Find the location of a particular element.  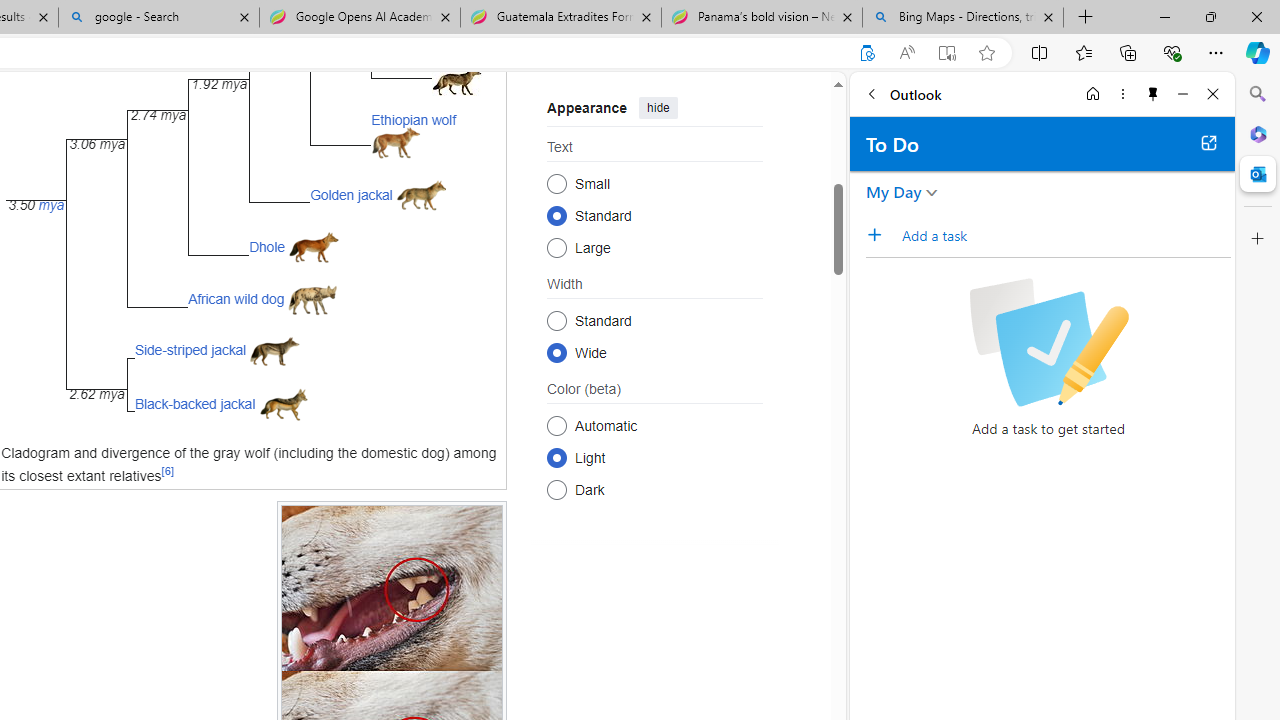

'Dhole' is located at coordinates (266, 245).